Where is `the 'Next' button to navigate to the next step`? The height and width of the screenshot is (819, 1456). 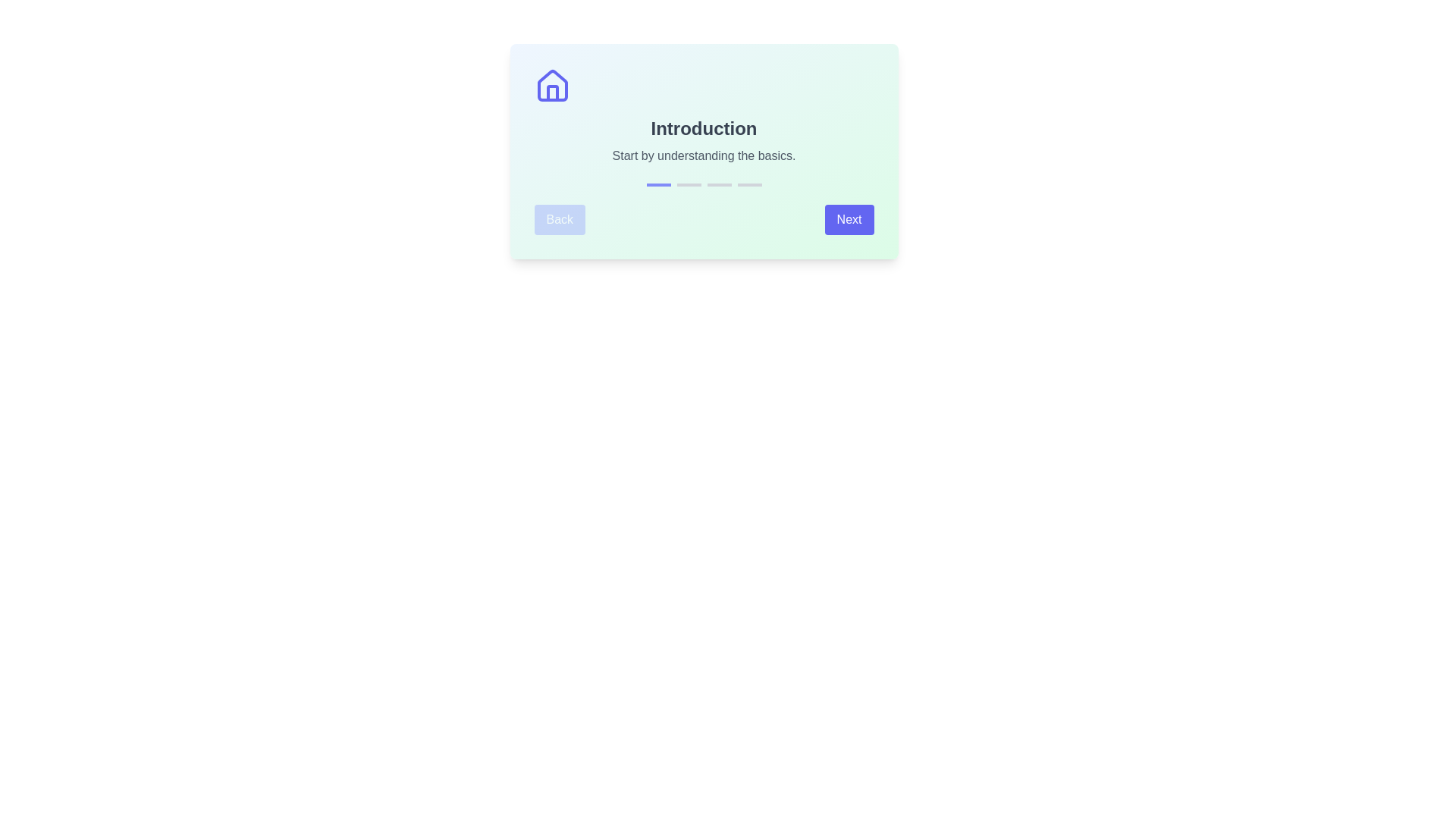
the 'Next' button to navigate to the next step is located at coordinates (848, 219).